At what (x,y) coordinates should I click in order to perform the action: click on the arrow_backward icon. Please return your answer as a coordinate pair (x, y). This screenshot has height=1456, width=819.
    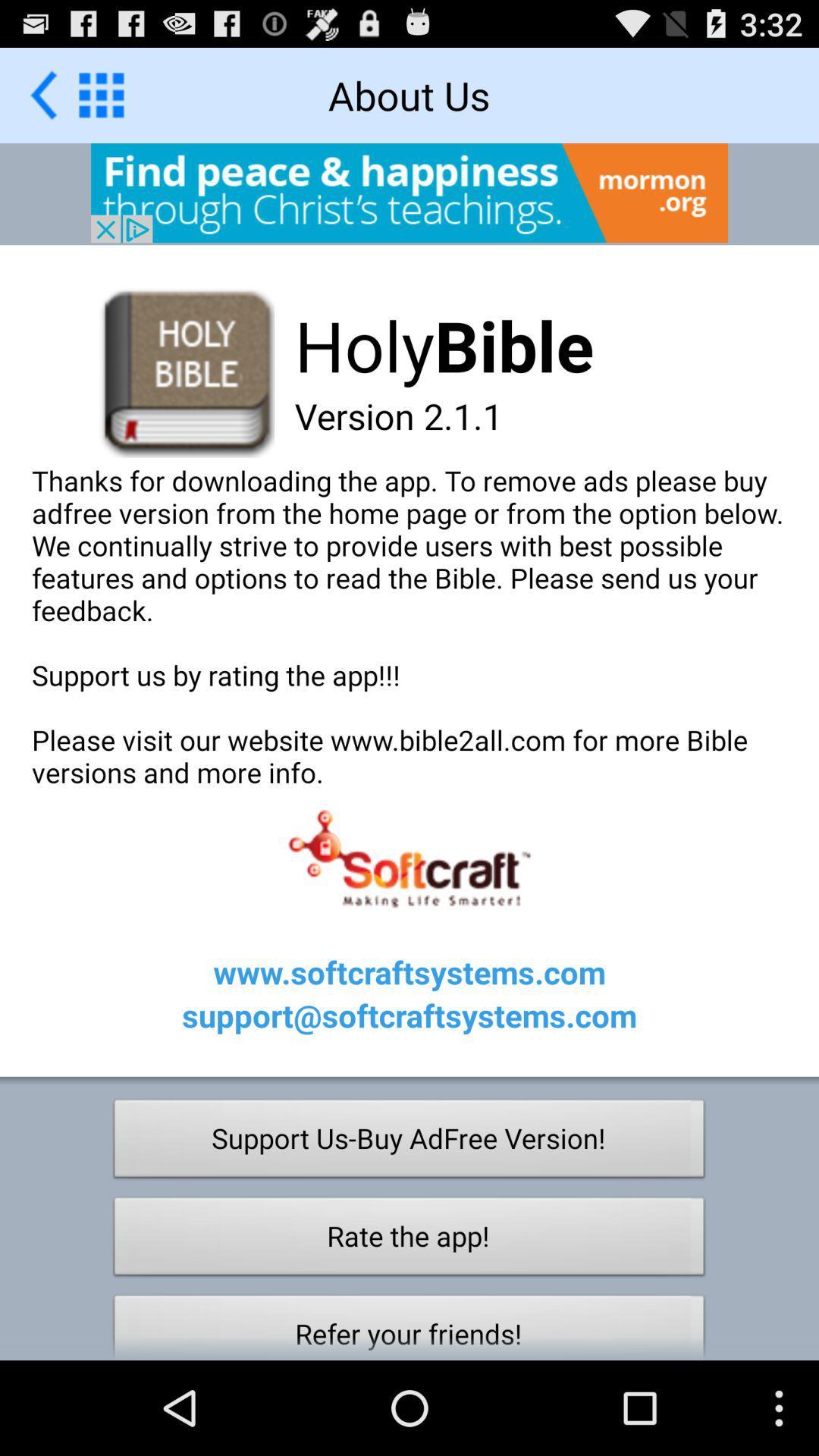
    Looking at the image, I should click on (42, 101).